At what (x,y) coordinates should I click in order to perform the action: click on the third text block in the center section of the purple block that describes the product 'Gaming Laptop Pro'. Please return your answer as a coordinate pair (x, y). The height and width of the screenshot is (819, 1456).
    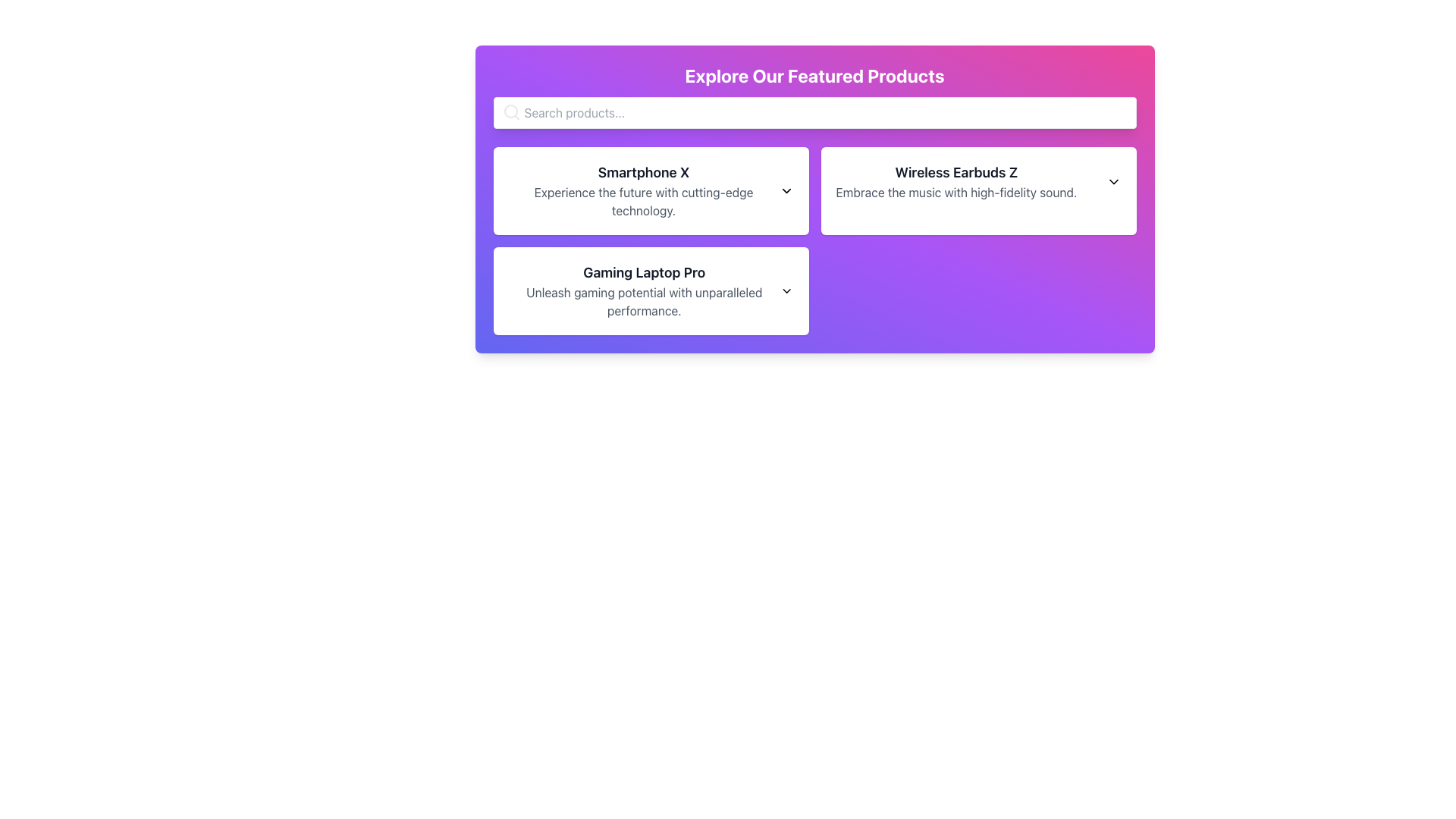
    Looking at the image, I should click on (644, 291).